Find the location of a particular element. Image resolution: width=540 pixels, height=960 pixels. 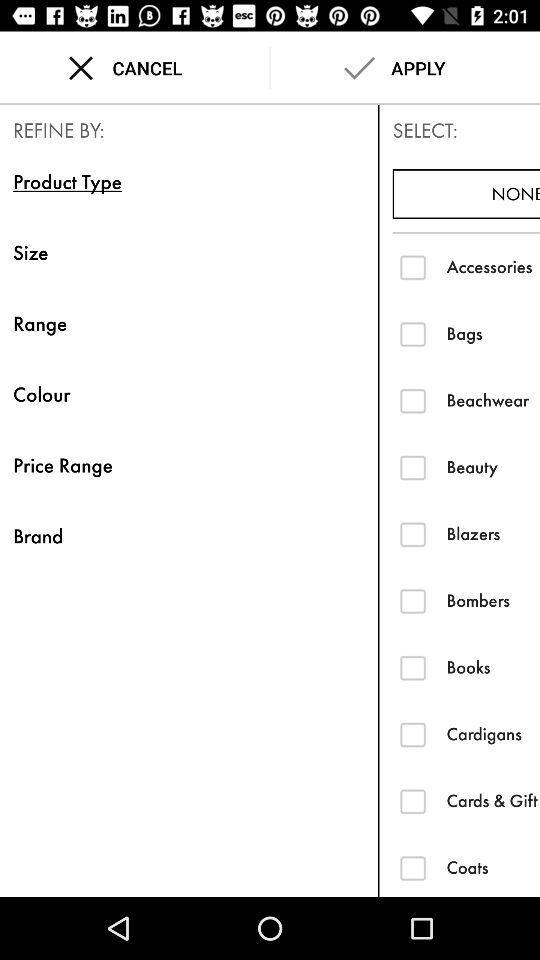

product type is located at coordinates (412, 866).